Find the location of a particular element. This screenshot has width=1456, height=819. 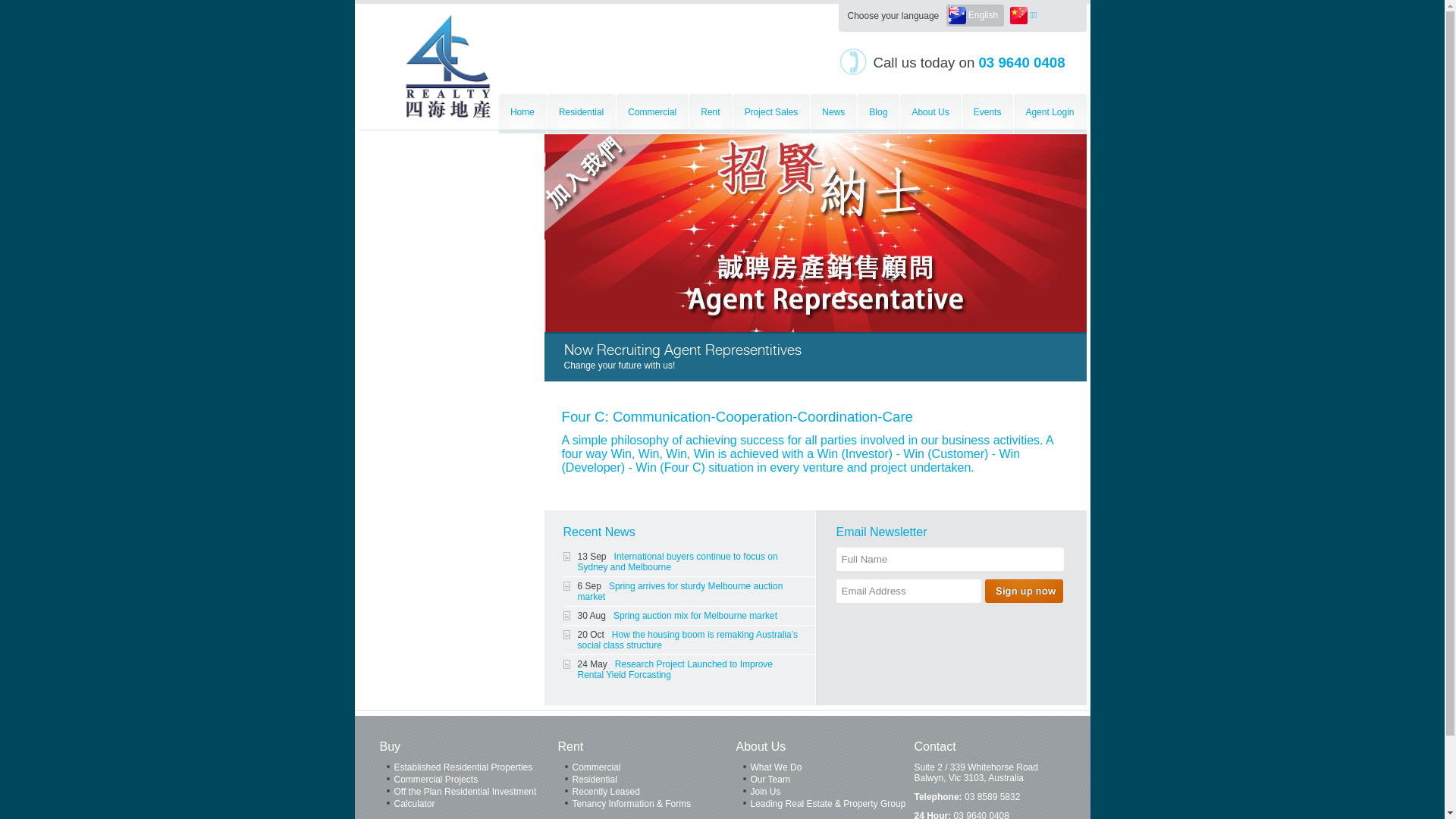

'Home' is located at coordinates (522, 113).